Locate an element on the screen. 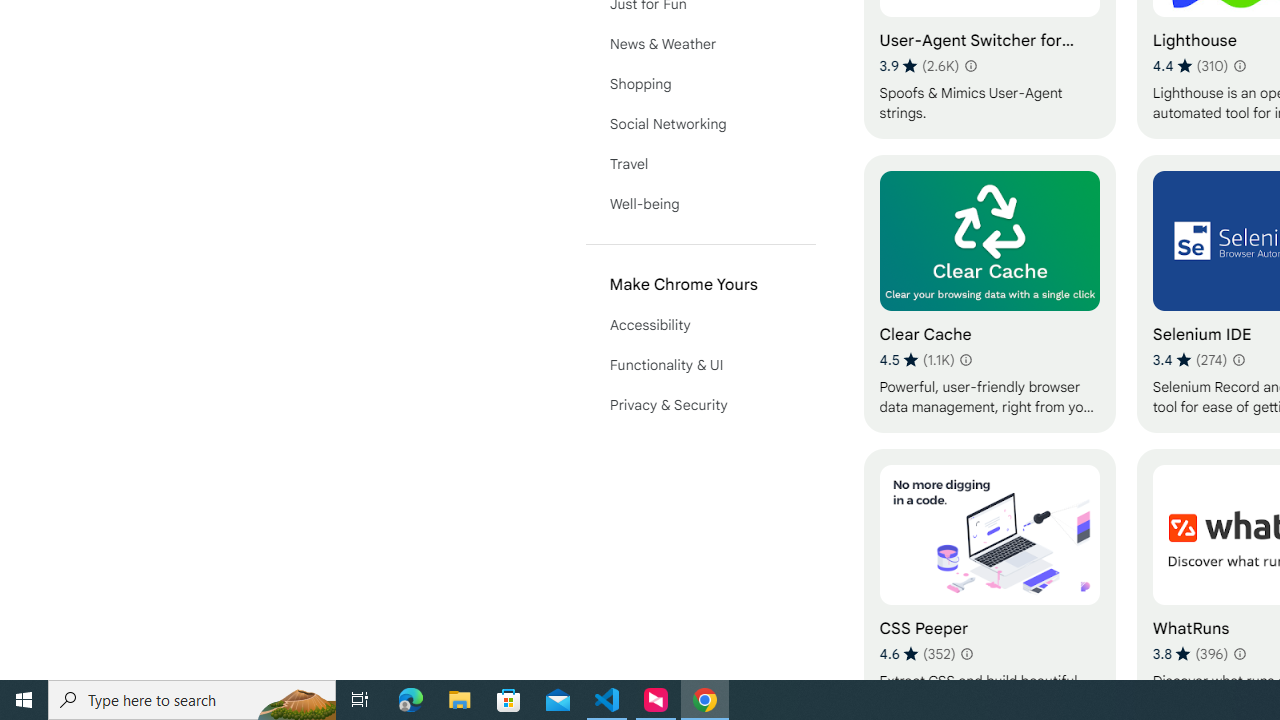  'Learn more about results and reviews "Selenium IDE"' is located at coordinates (1238, 360).